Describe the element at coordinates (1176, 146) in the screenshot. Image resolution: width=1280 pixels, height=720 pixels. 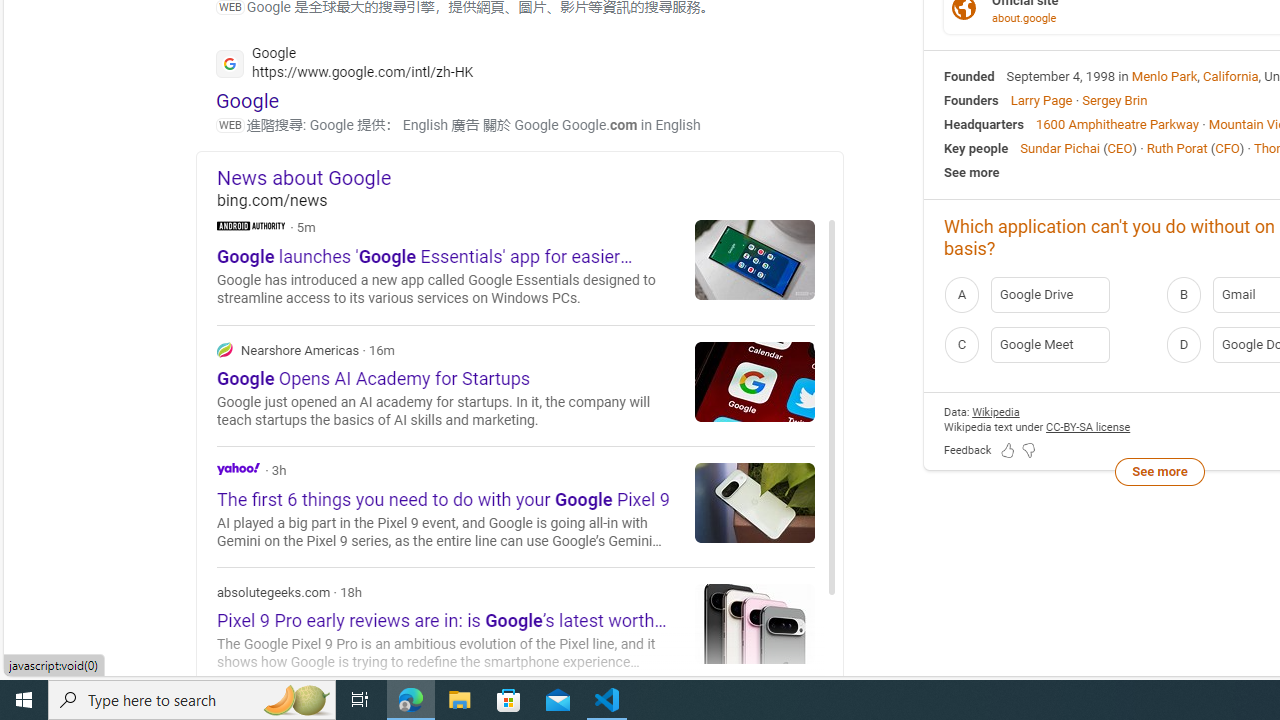
I see `'Ruth Porat'` at that location.